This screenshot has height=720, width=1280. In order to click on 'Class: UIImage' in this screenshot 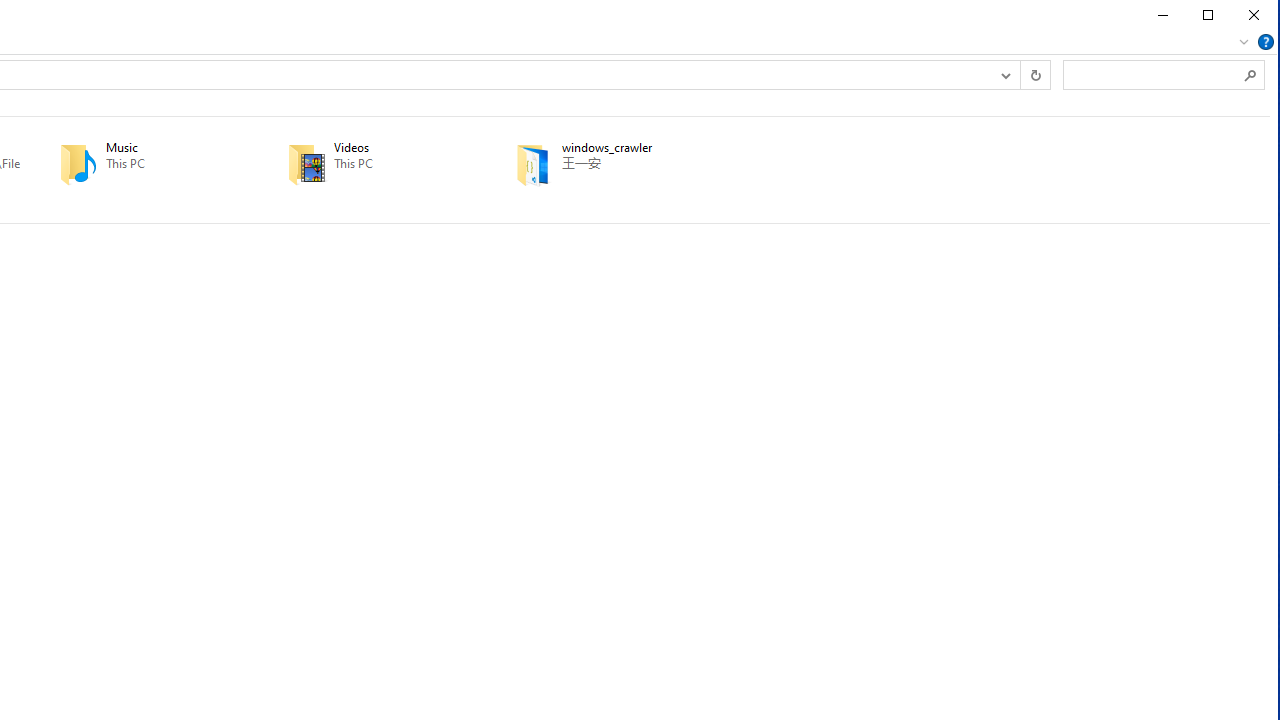, I will do `click(535, 162)`.